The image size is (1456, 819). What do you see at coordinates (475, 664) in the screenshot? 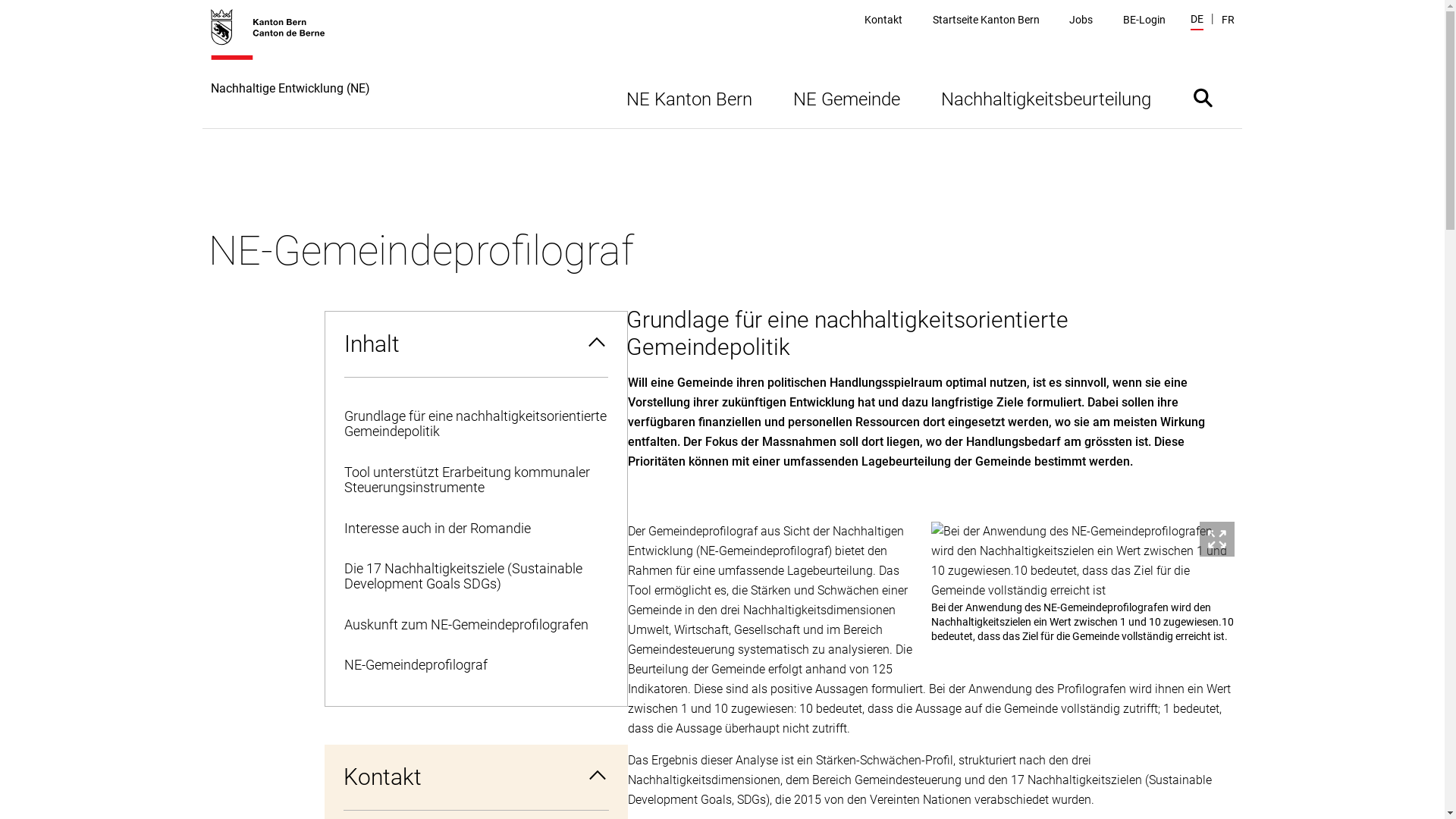
I see `'NE-Gemeindeprofilograf'` at bounding box center [475, 664].